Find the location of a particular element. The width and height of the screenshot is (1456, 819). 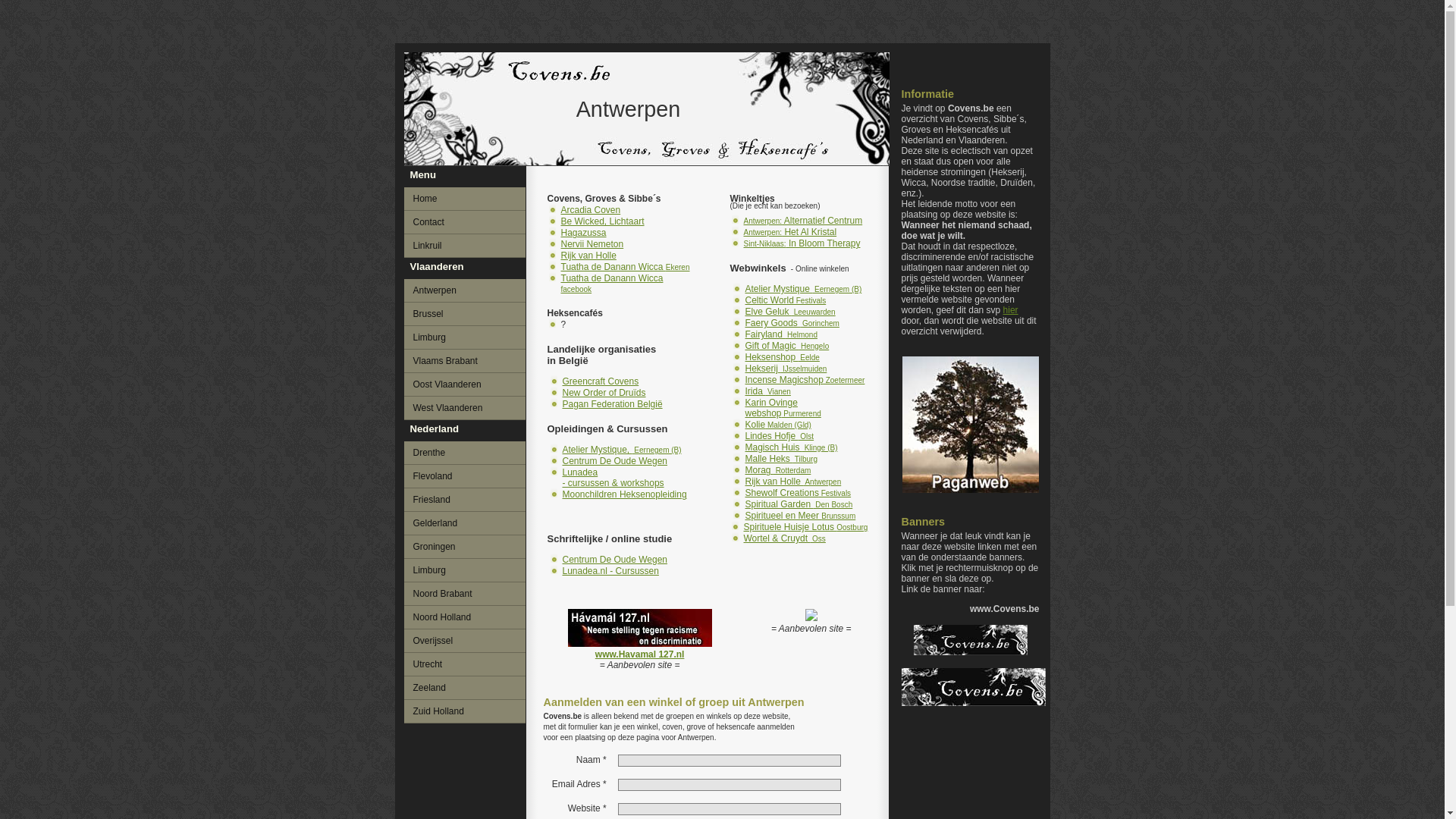

'Hekserij  IJsselmuiden' is located at coordinates (745, 369).